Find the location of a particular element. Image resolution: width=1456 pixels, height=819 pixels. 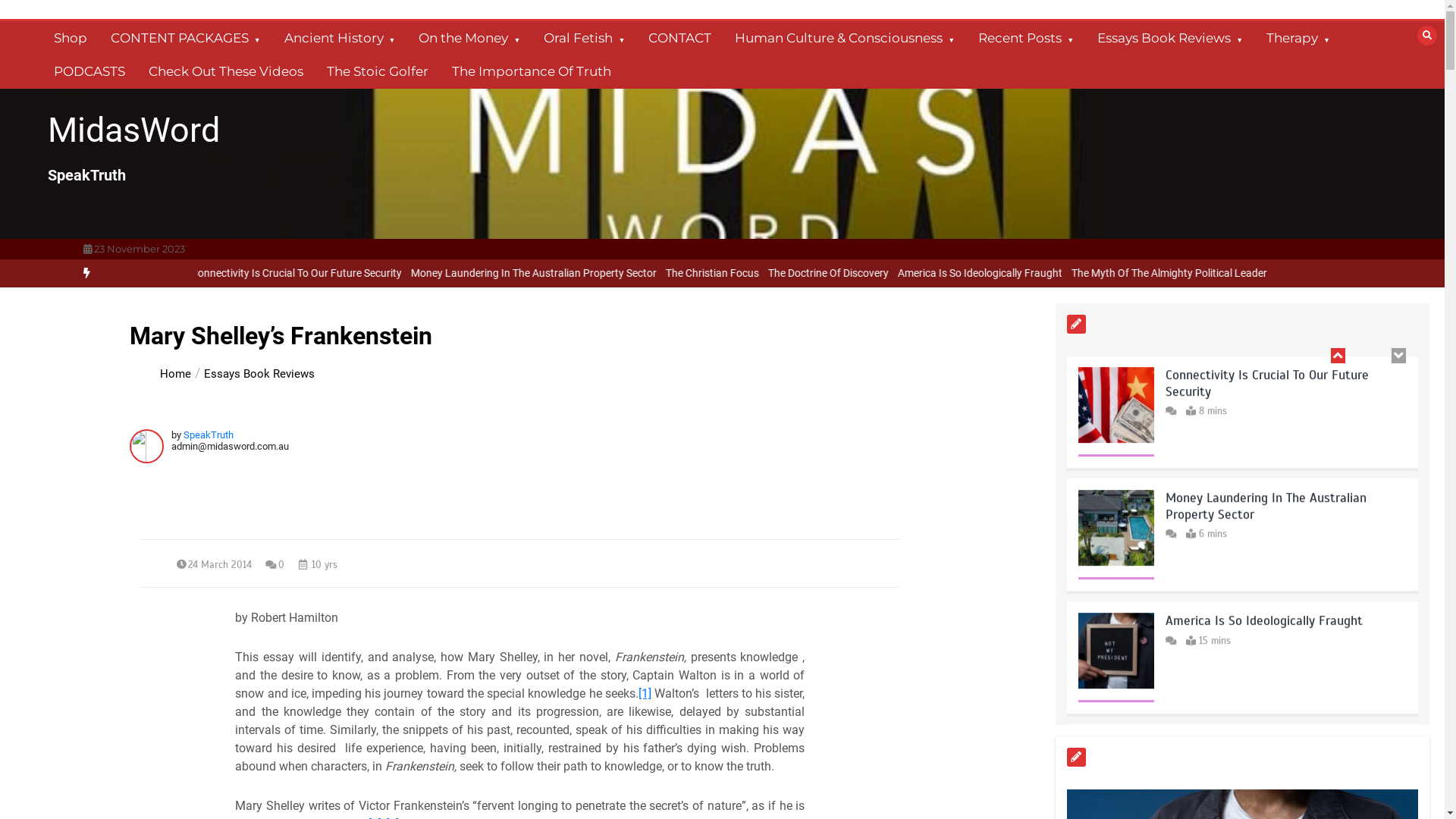

'On the Money' is located at coordinates (469, 37).